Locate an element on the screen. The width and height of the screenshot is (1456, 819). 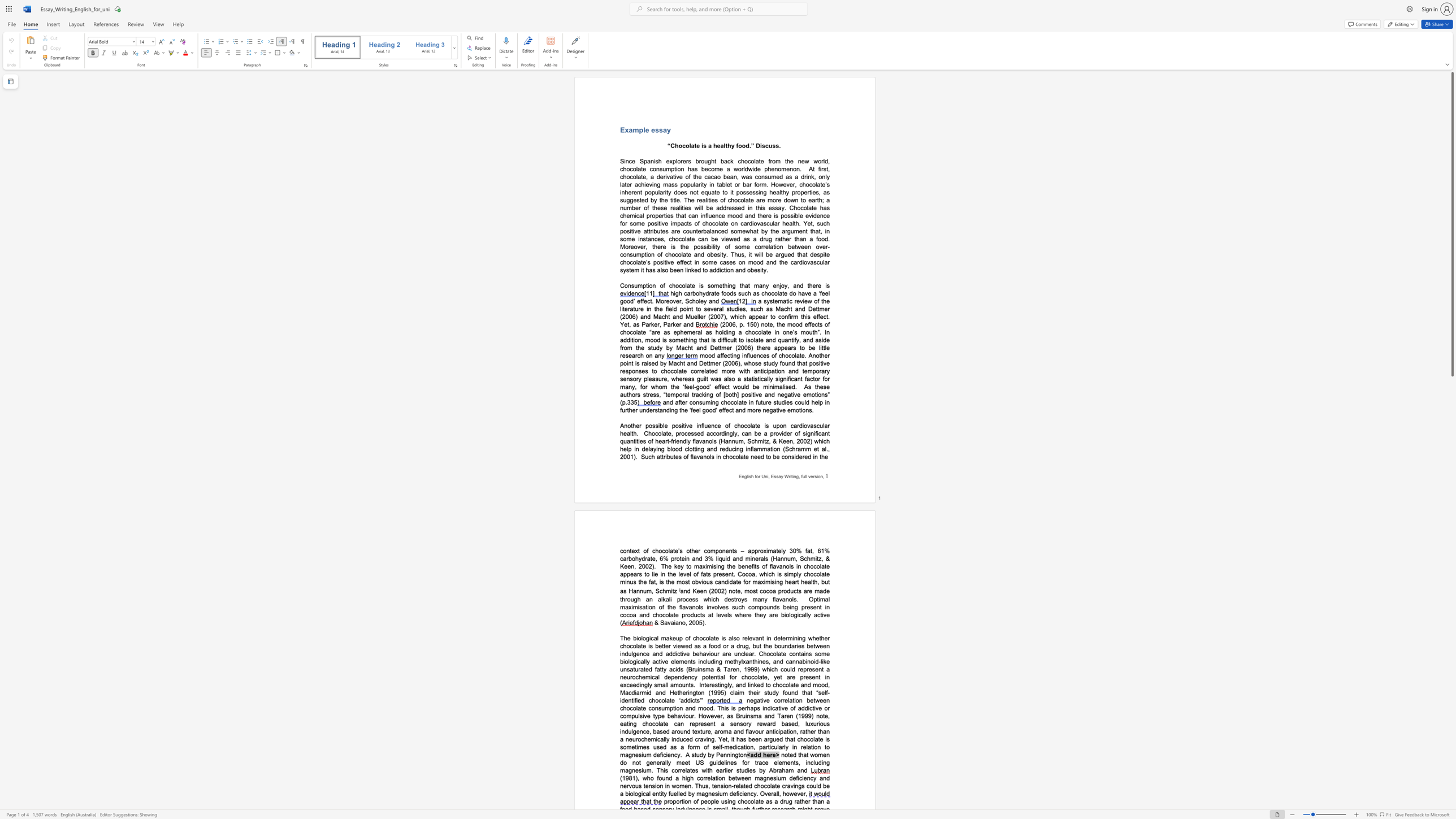
the scrollbar to move the page downward is located at coordinates (1451, 602).